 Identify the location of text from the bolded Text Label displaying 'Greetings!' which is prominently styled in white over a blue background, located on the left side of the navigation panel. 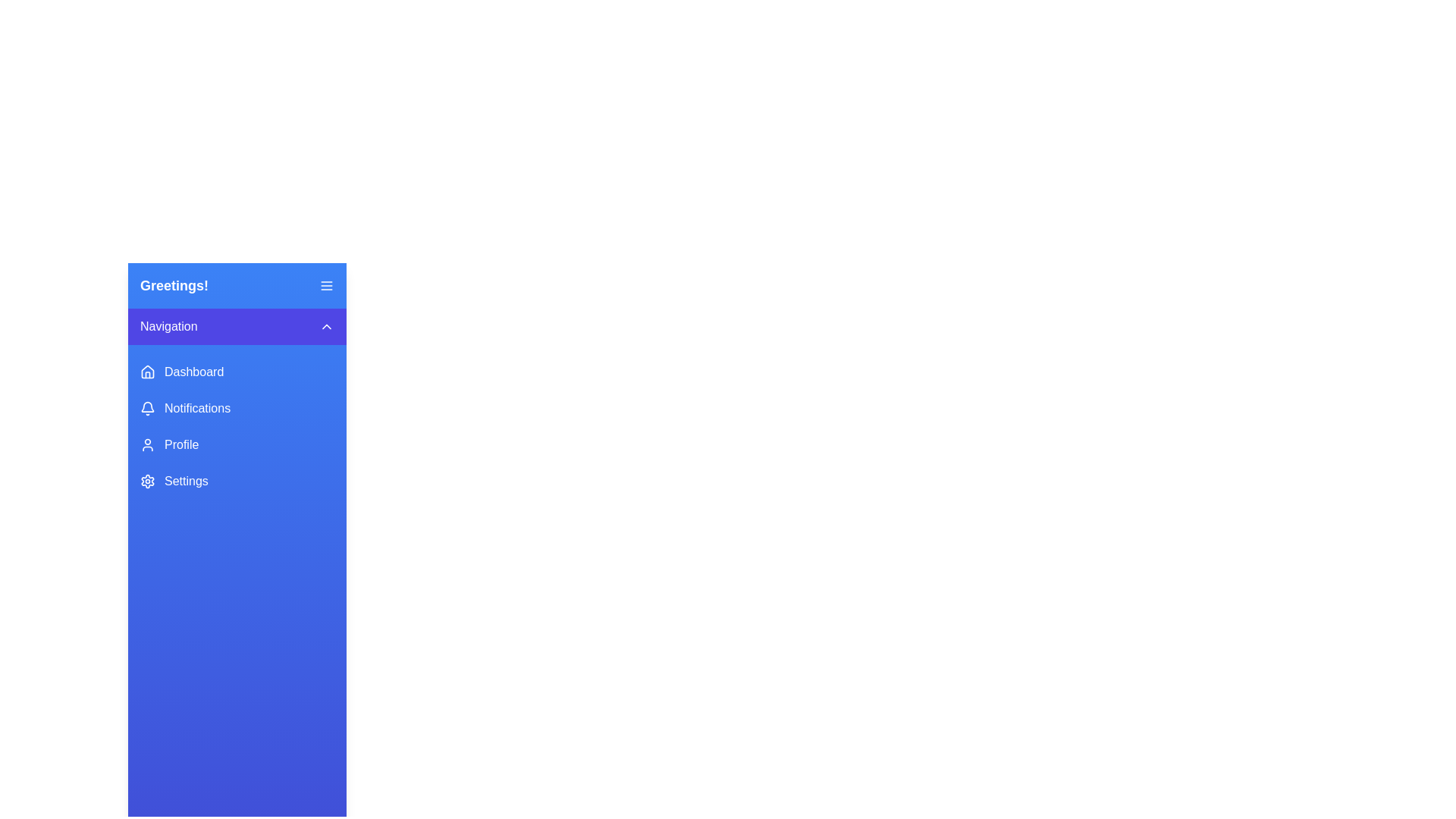
(174, 286).